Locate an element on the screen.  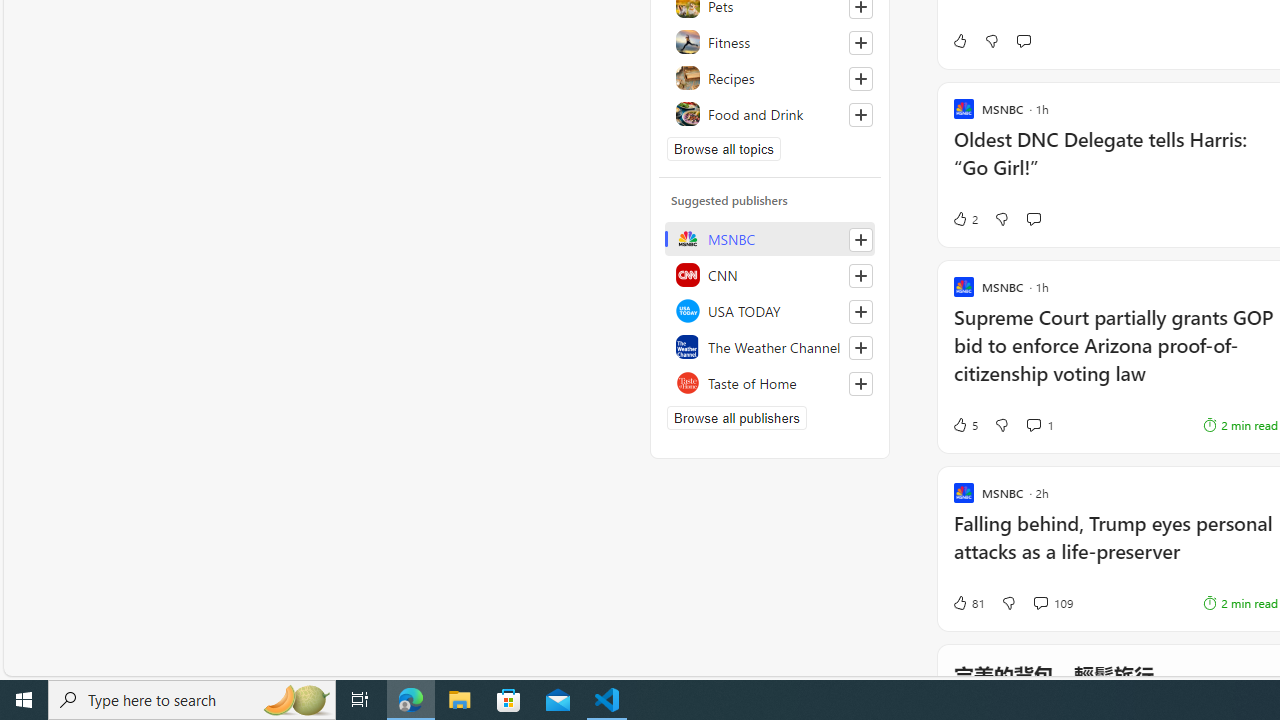
'Taste of Home' is located at coordinates (769, 383).